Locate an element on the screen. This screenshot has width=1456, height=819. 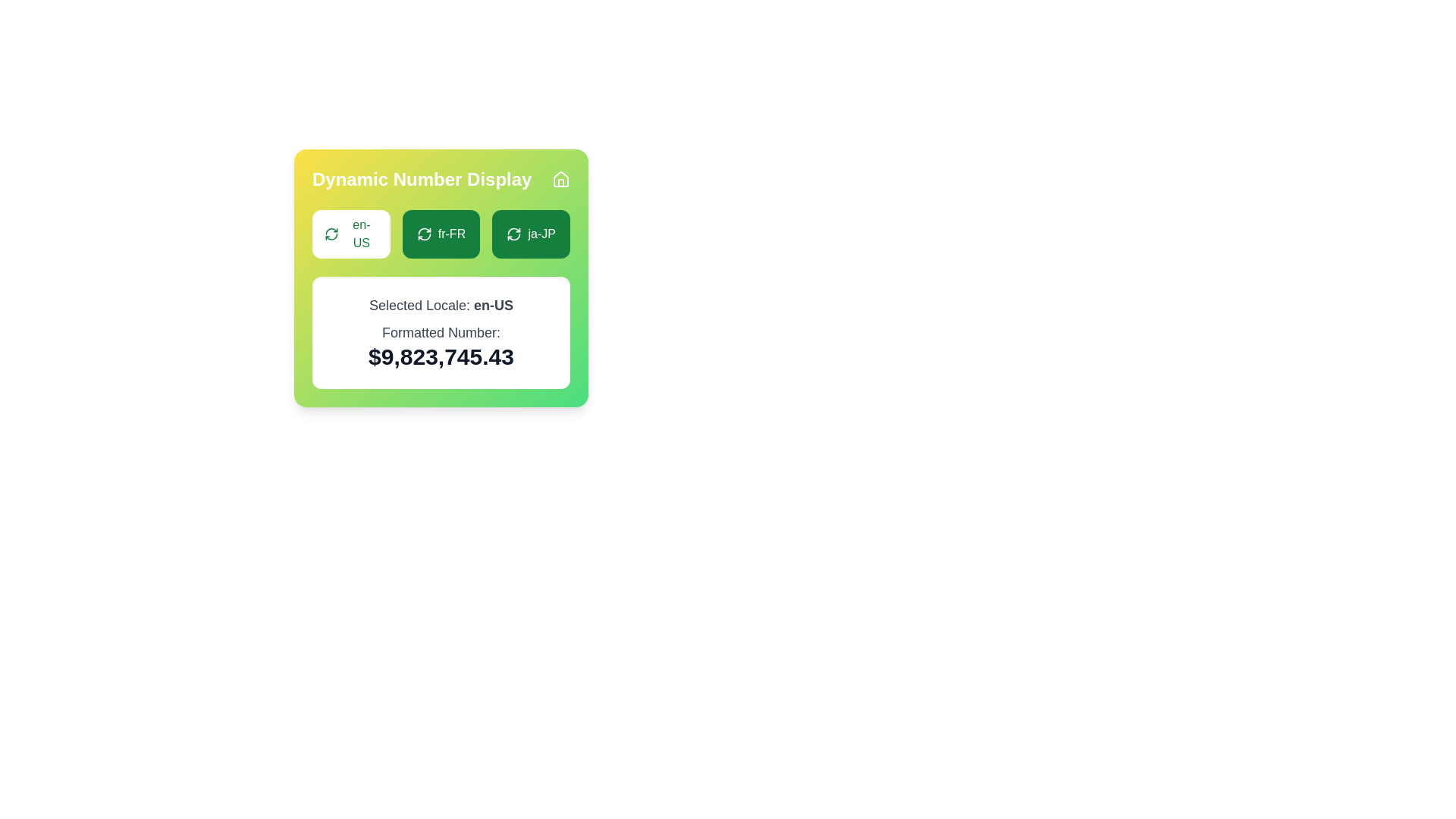
information displayed in the informational box that shows 'Selected Locale: en-US' and '$9,823,745.43' is located at coordinates (440, 332).